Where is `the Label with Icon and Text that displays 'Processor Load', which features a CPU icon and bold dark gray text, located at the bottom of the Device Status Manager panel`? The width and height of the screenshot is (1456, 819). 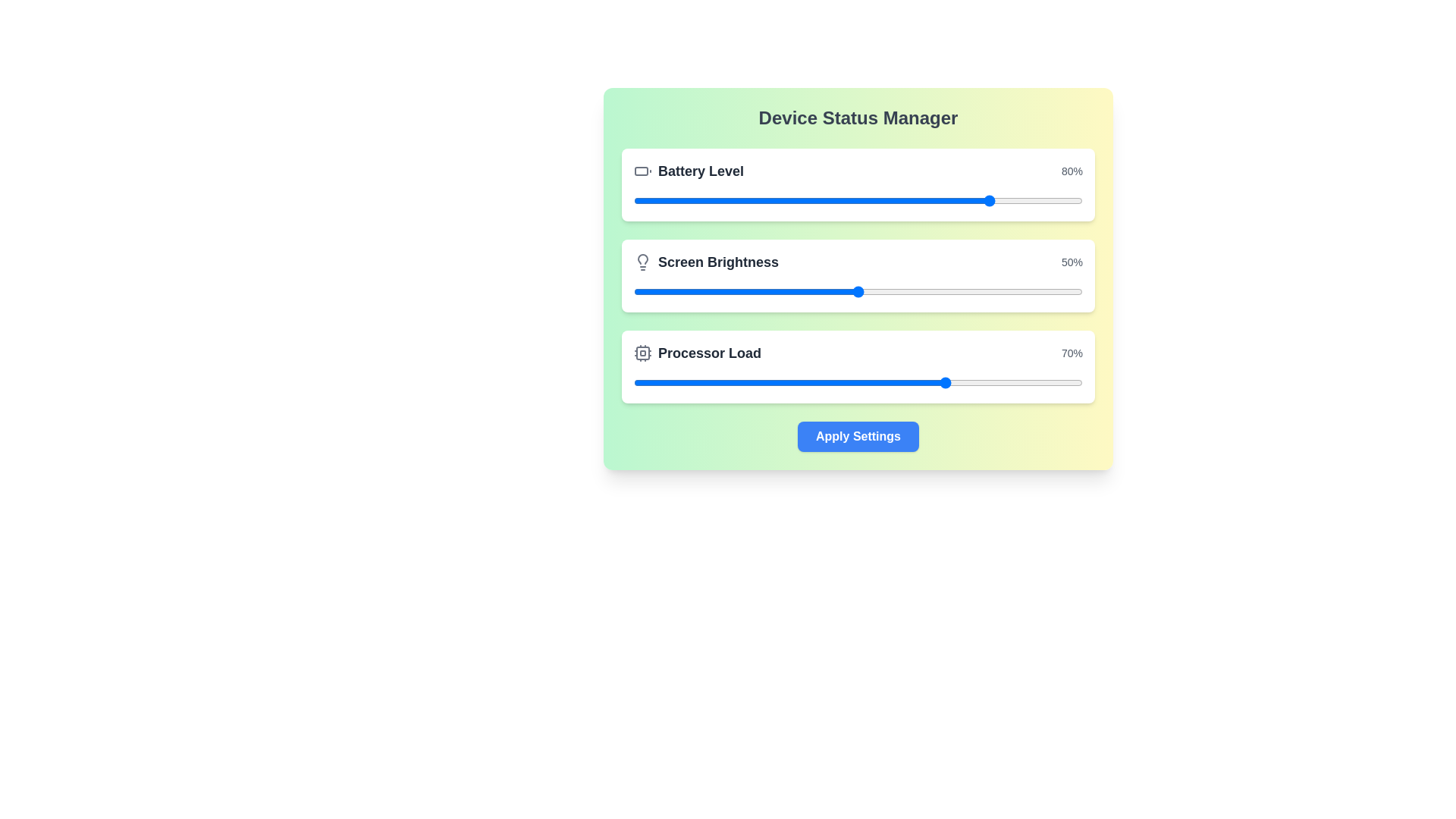 the Label with Icon and Text that displays 'Processor Load', which features a CPU icon and bold dark gray text, located at the bottom of the Device Status Manager panel is located at coordinates (697, 353).